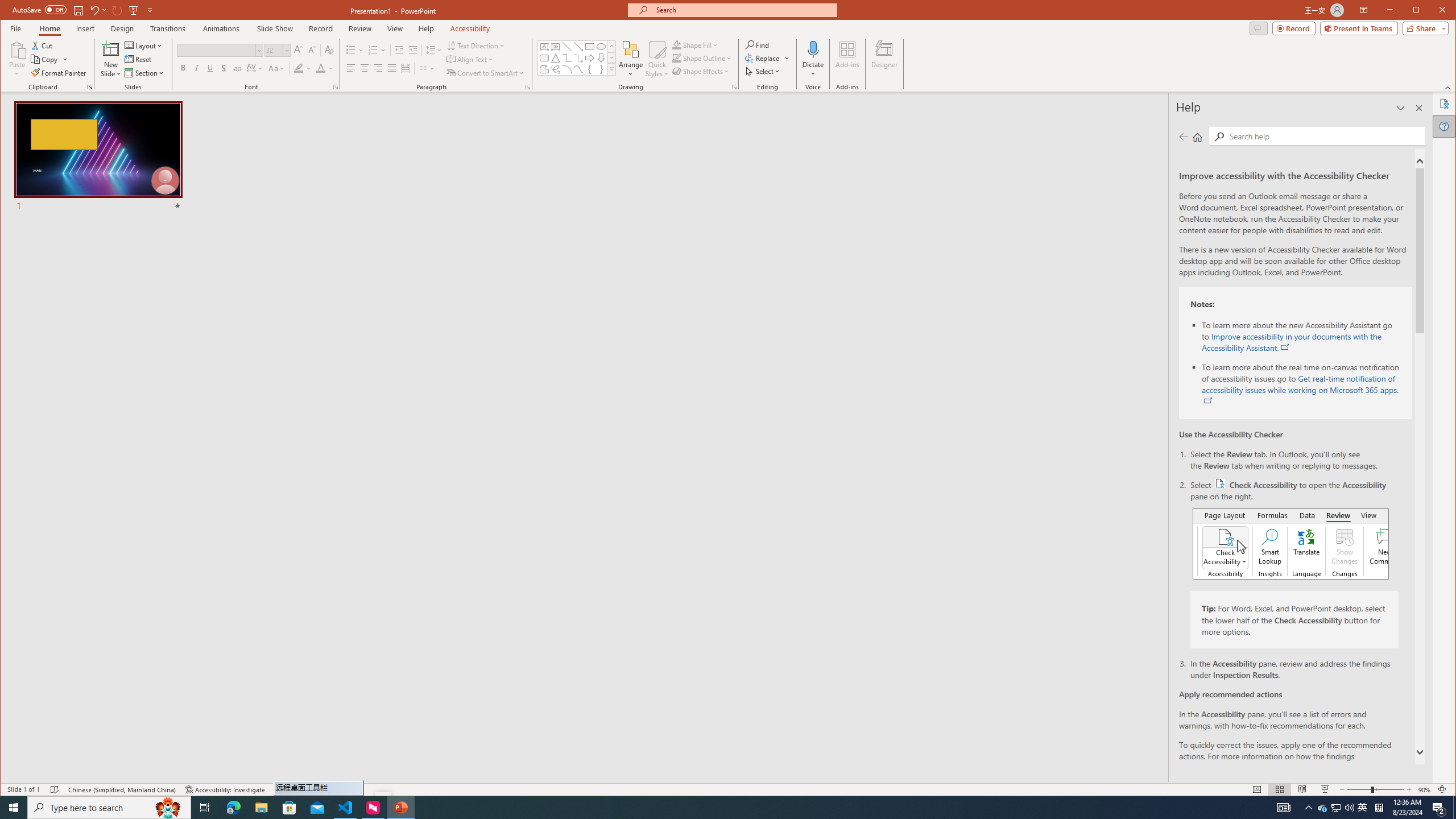  I want to click on 'AutomationID: 4105', so click(1283, 806).